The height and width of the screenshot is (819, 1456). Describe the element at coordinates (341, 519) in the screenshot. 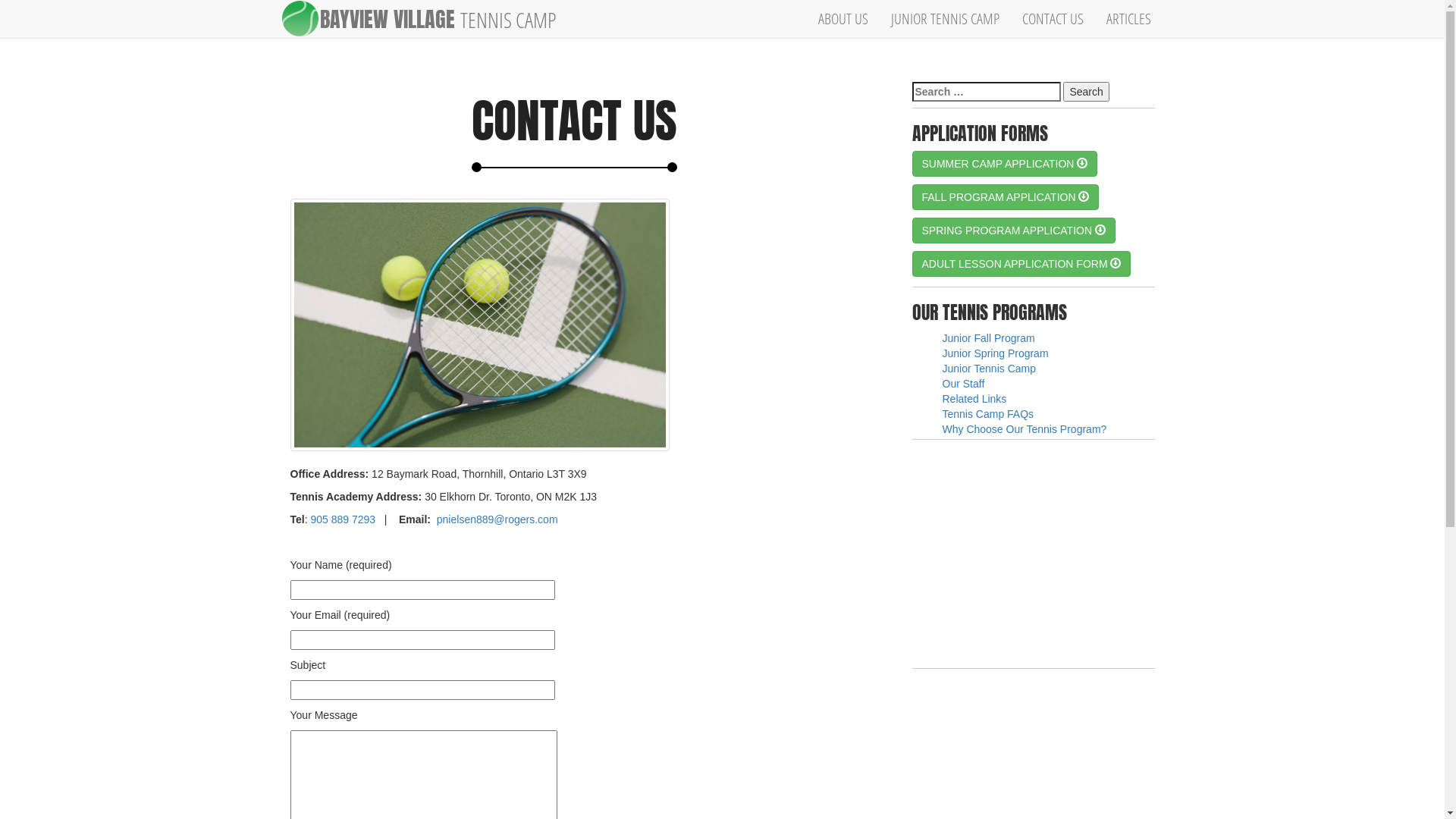

I see `'905 889 7293'` at that location.